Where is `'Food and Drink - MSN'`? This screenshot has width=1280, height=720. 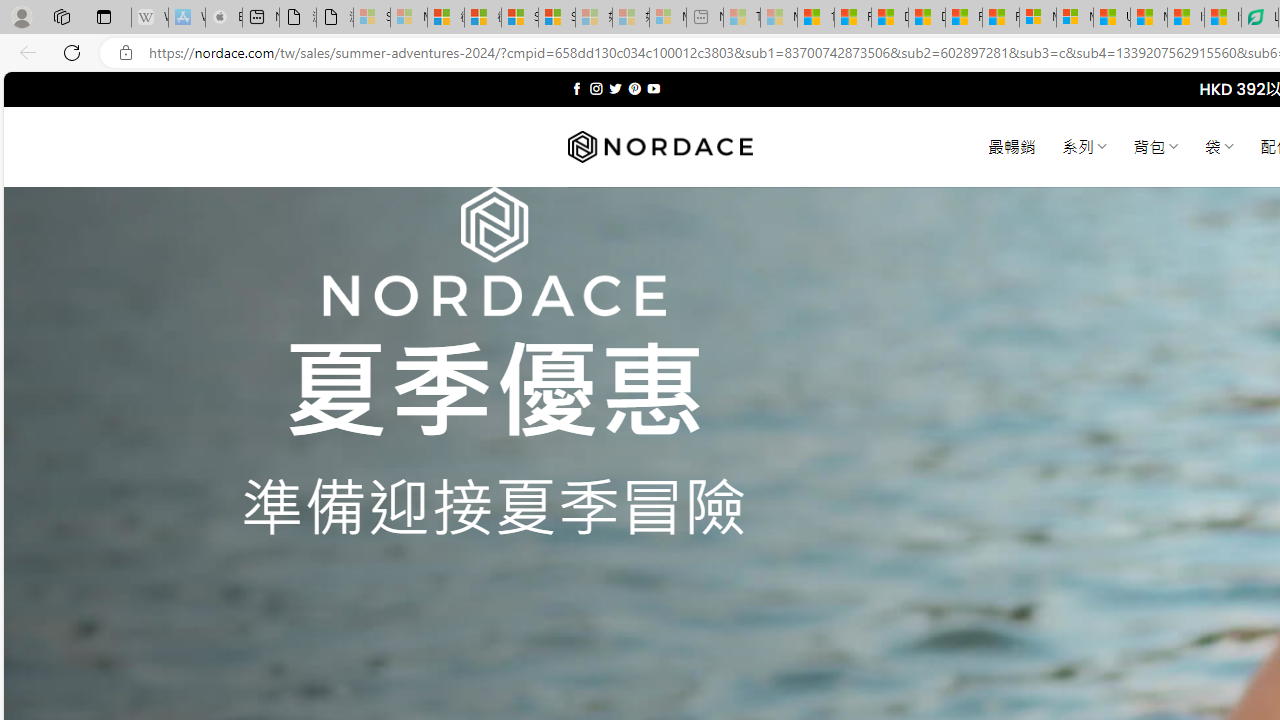 'Food and Drink - MSN' is located at coordinates (853, 17).